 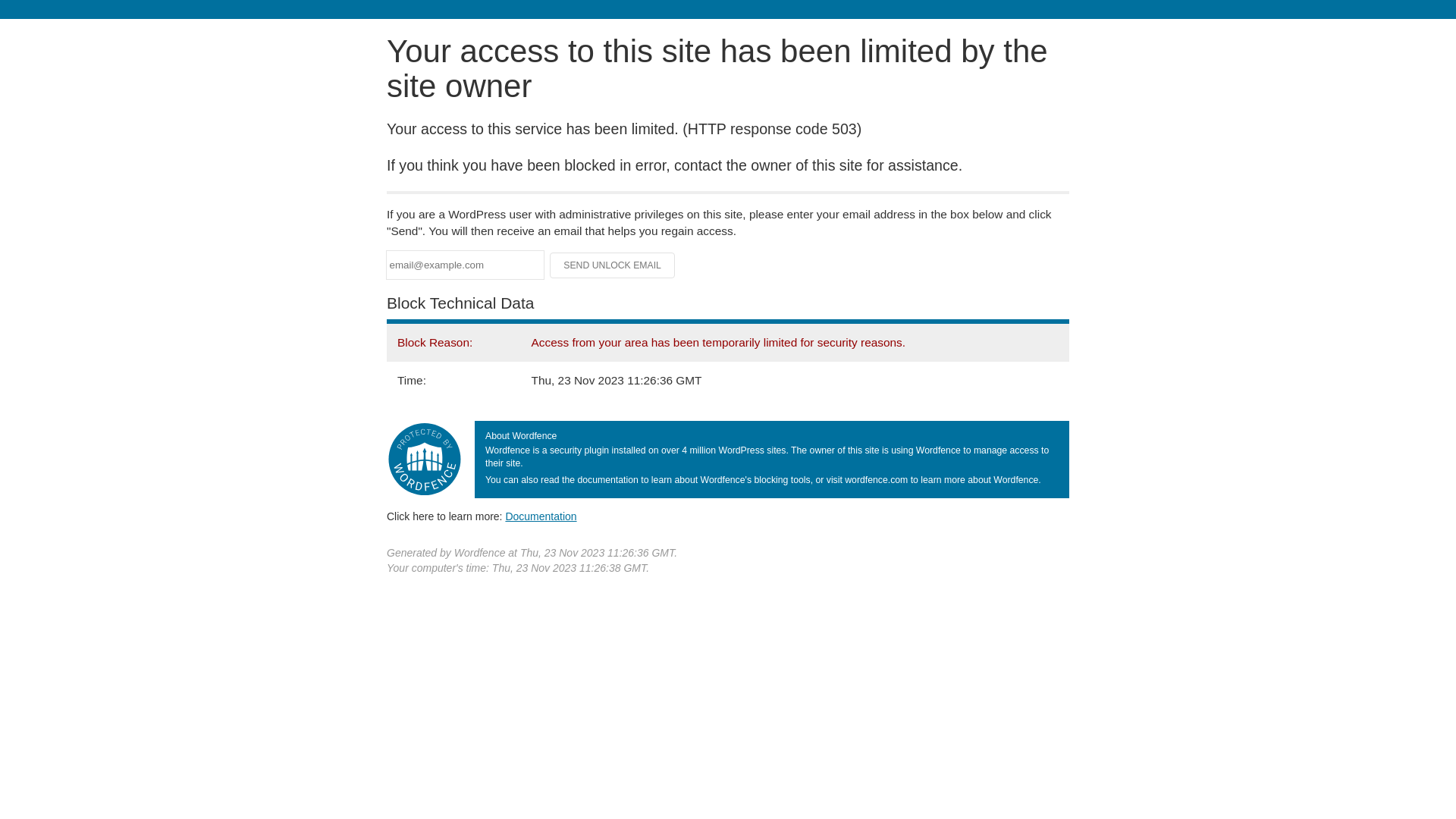 What do you see at coordinates (612, 265) in the screenshot?
I see `'Send Unlock Email'` at bounding box center [612, 265].